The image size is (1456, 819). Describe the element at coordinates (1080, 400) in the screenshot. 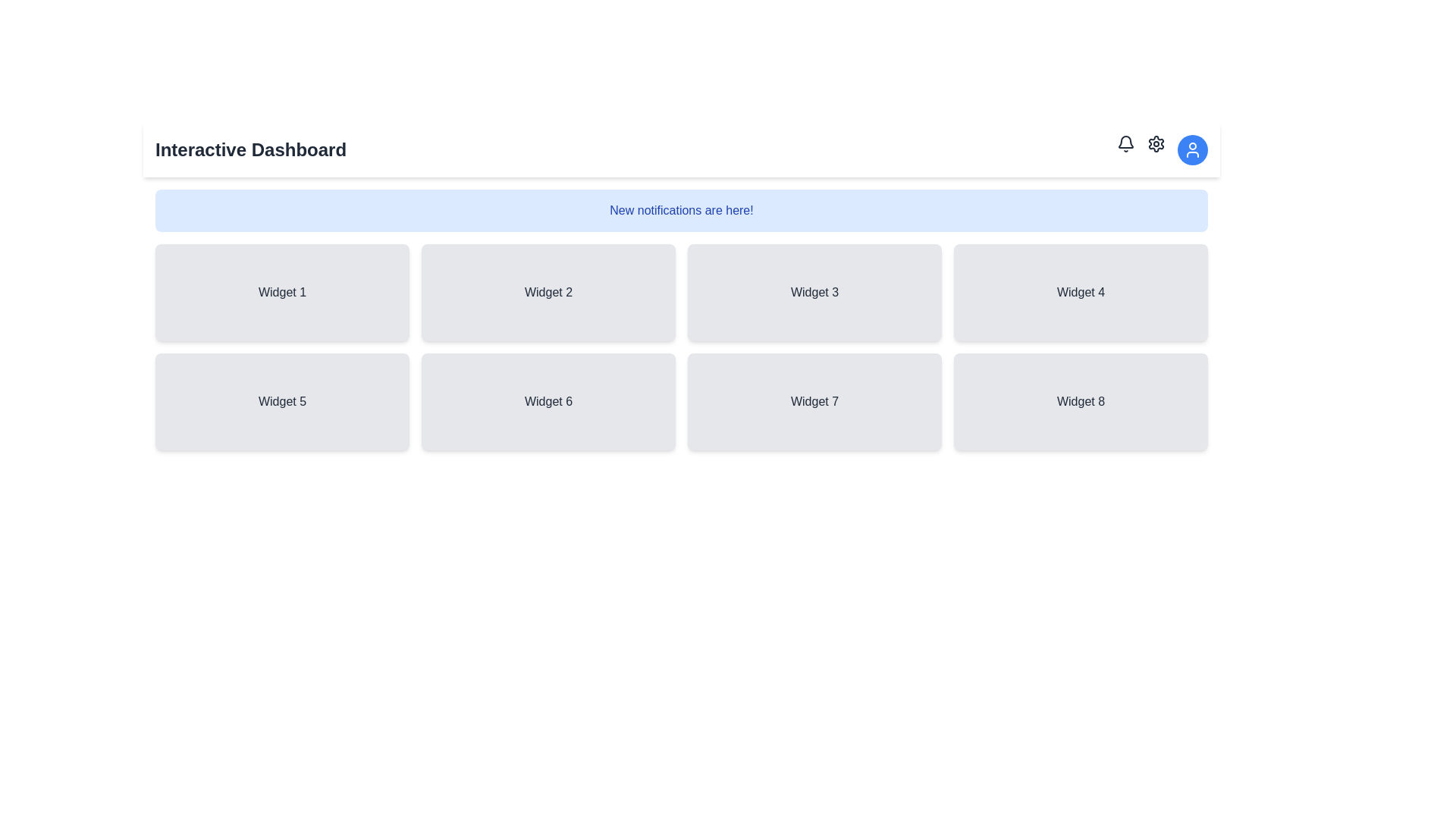

I see `the Display card located at the bottom-right of the grid, which is the fourth widget in the second row of a grid layout` at that location.